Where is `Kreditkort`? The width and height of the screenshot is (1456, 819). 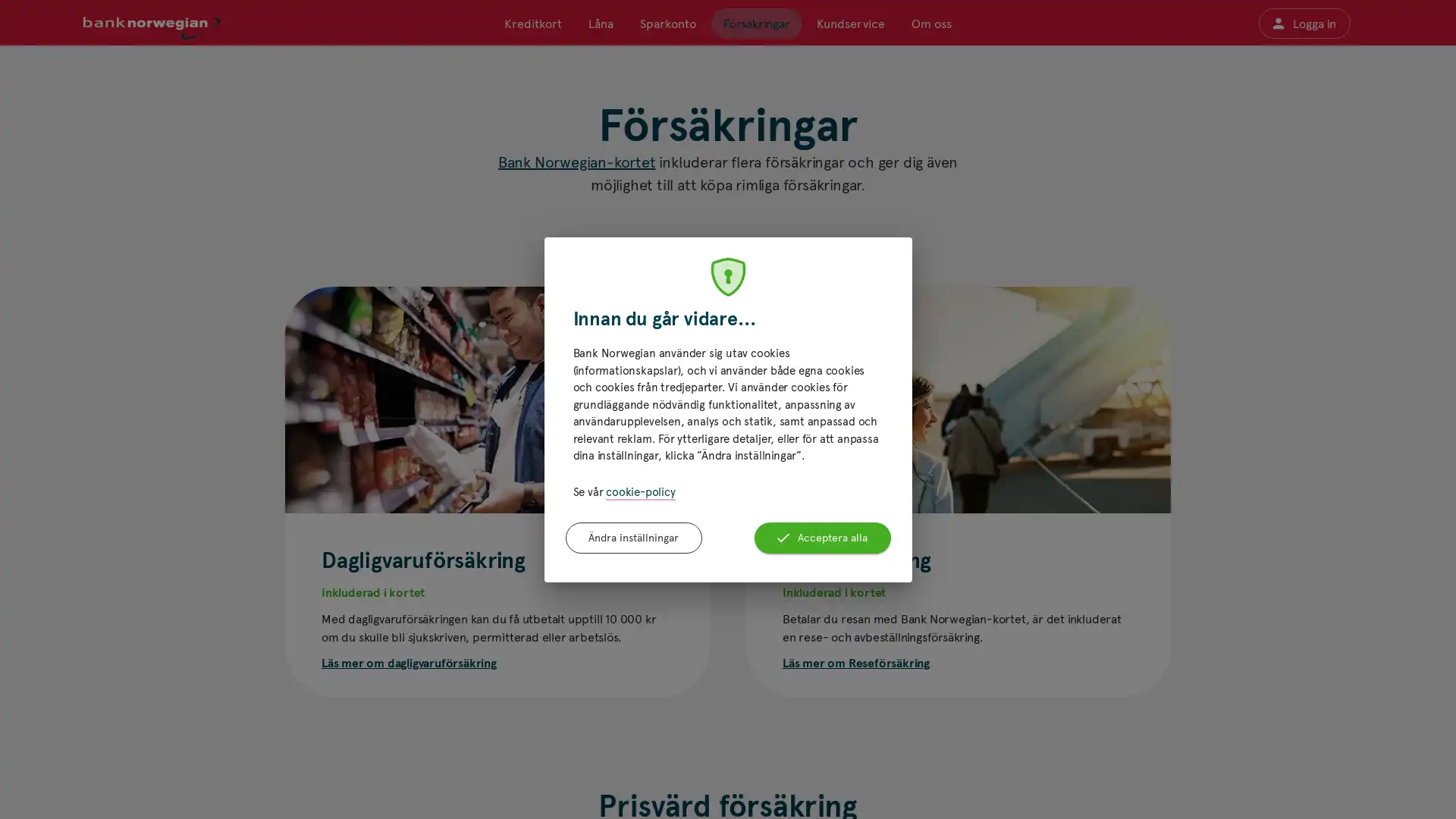
Kreditkort is located at coordinates (532, 23).